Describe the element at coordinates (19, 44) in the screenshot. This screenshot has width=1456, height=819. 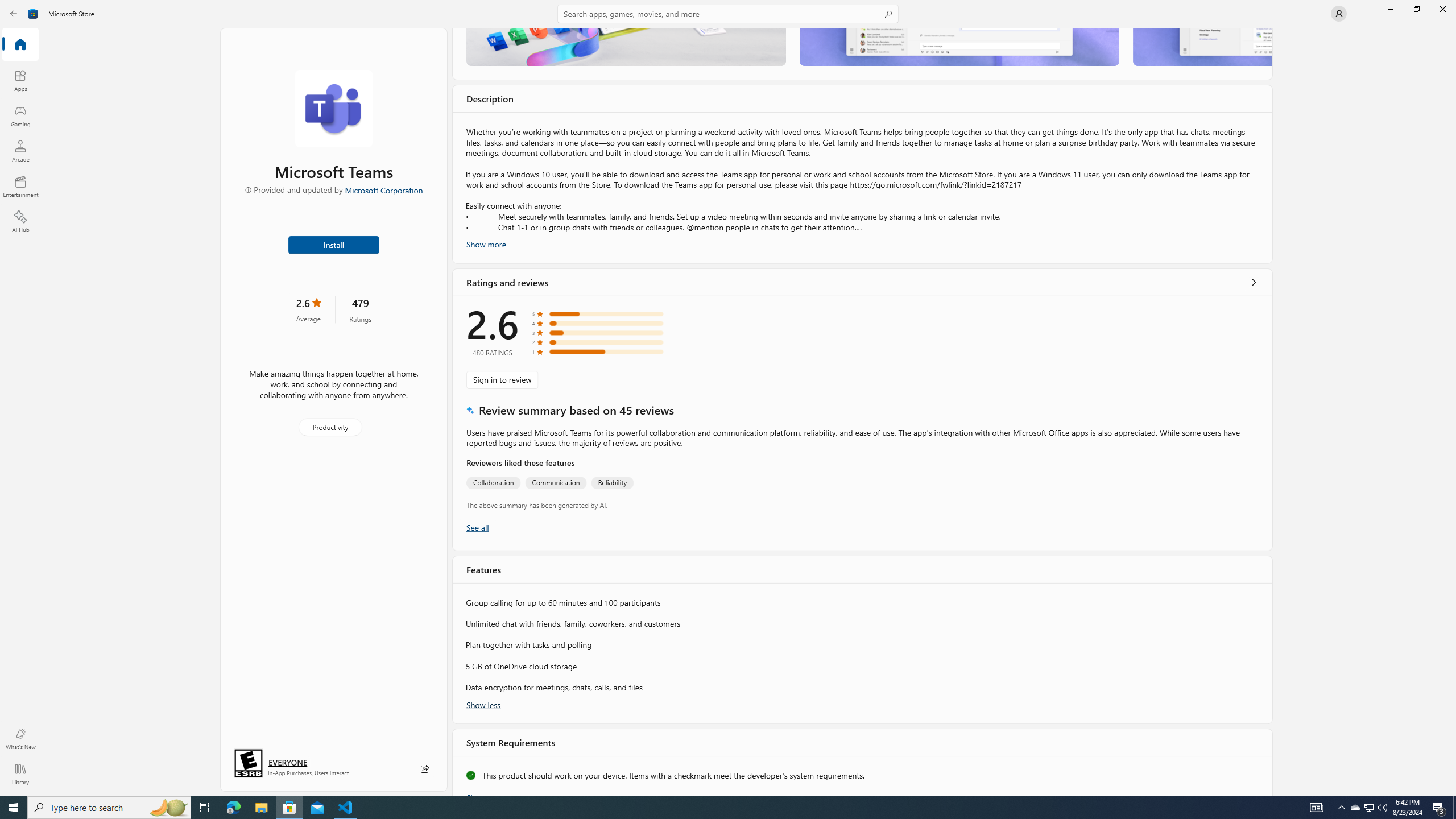
I see `'Home'` at that location.